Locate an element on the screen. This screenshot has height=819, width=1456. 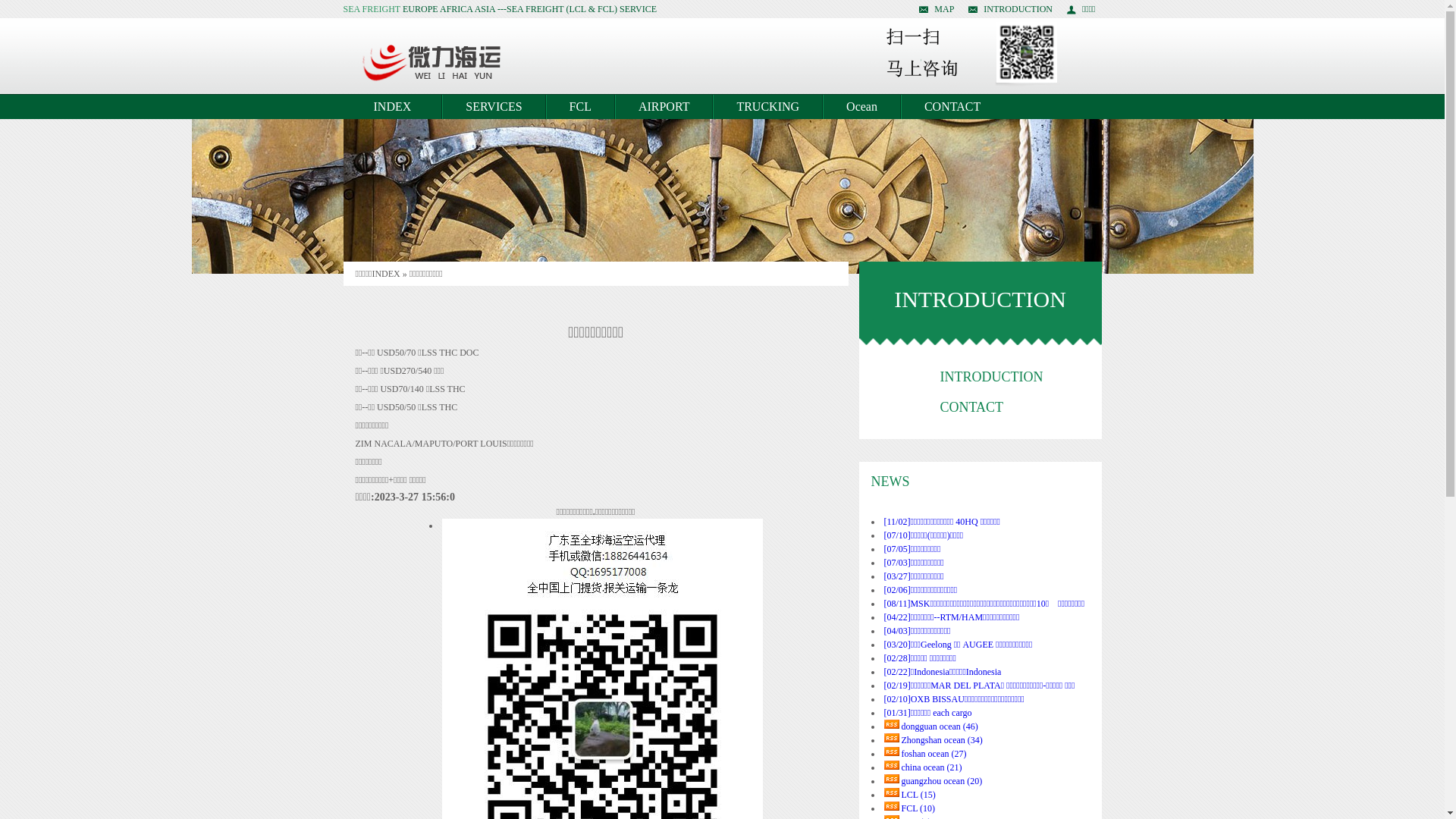
'INDEX' is located at coordinates (341, 106).